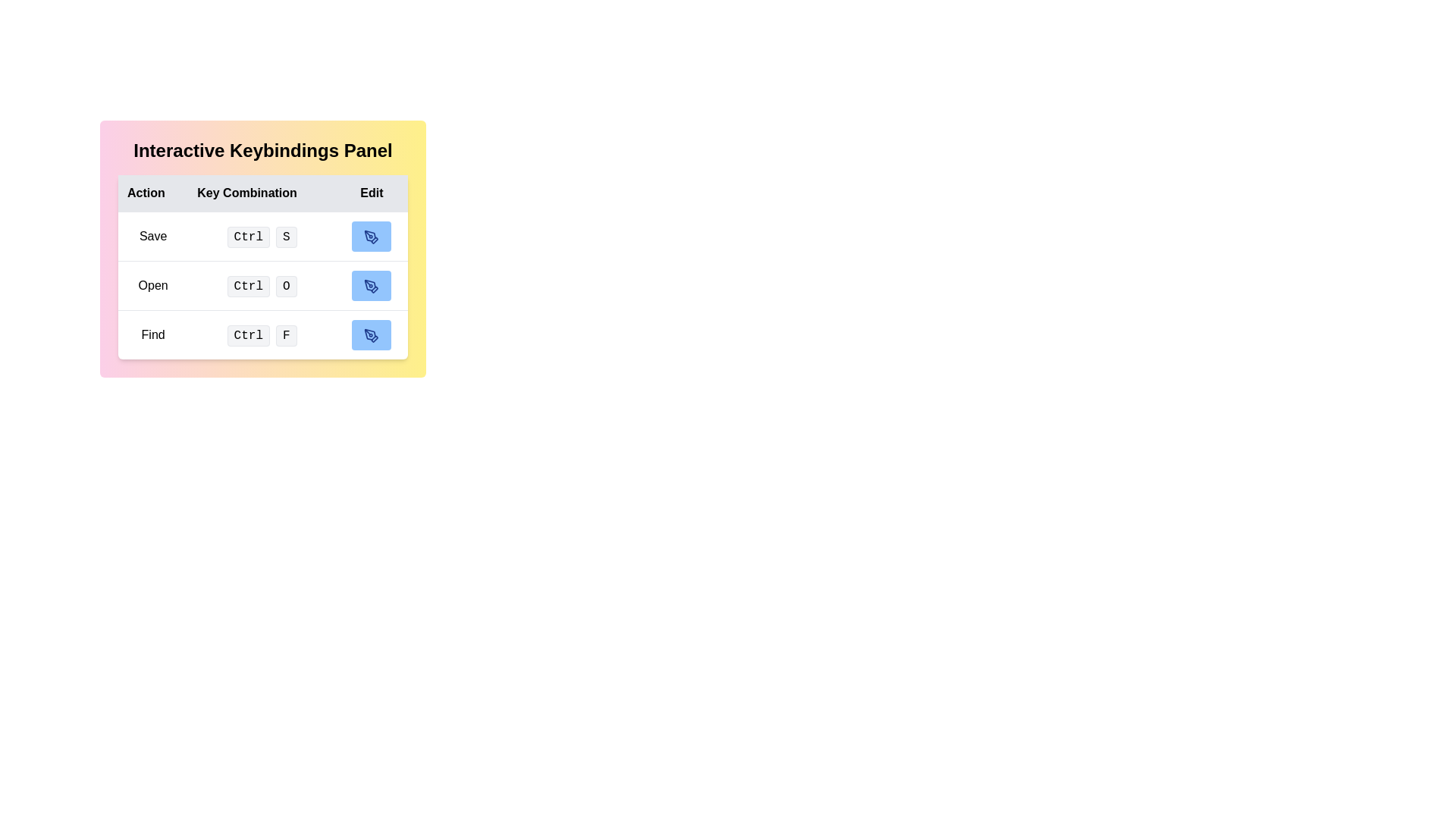 The height and width of the screenshot is (819, 1456). I want to click on the blue pen tool icon located in the 'Edit' column of the 'Find' row within the Interactive Keybindings Panel to initiate an edit action, so click(372, 334).